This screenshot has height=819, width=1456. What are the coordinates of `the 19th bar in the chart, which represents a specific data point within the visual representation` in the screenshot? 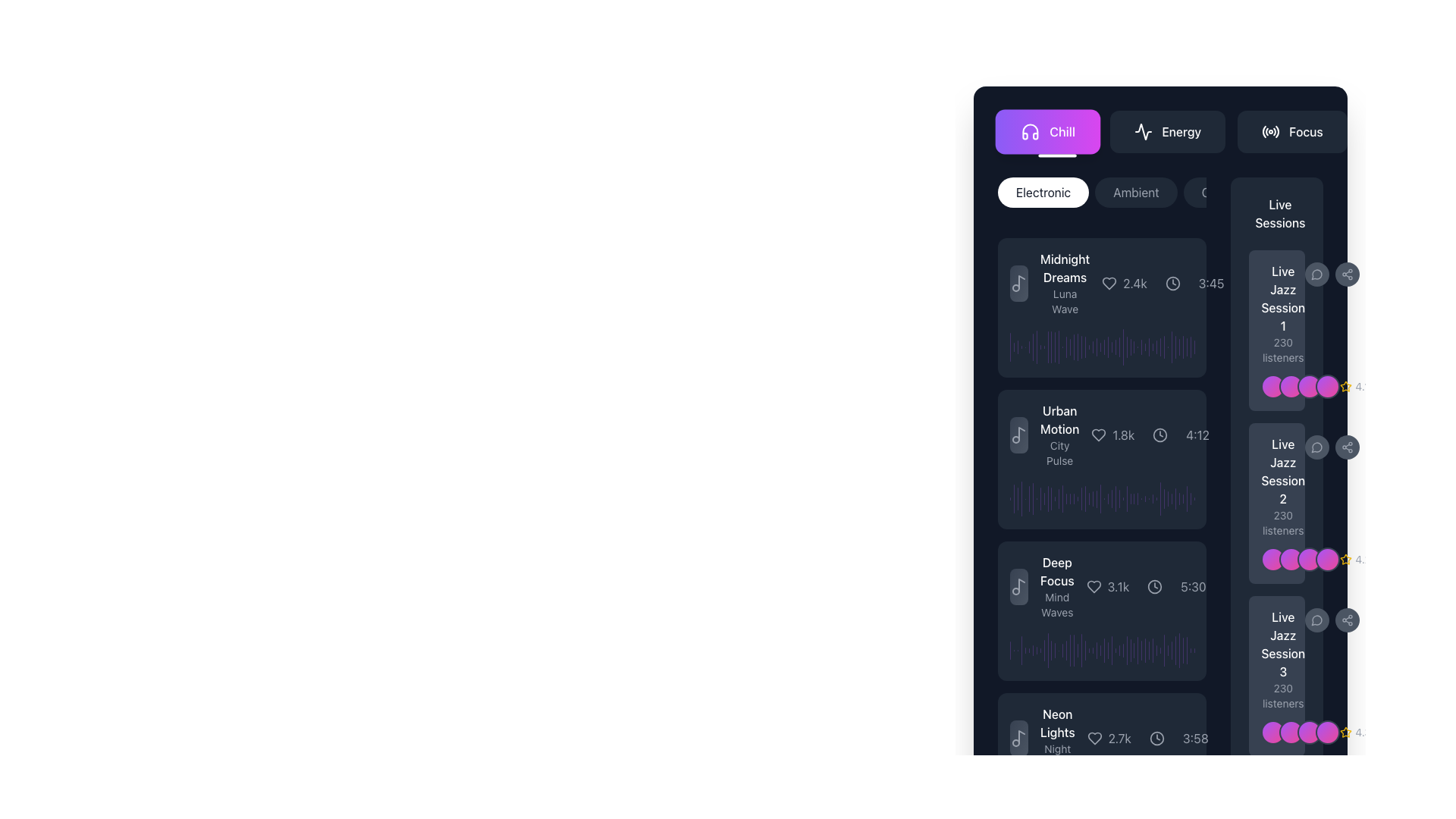 It's located at (1077, 347).